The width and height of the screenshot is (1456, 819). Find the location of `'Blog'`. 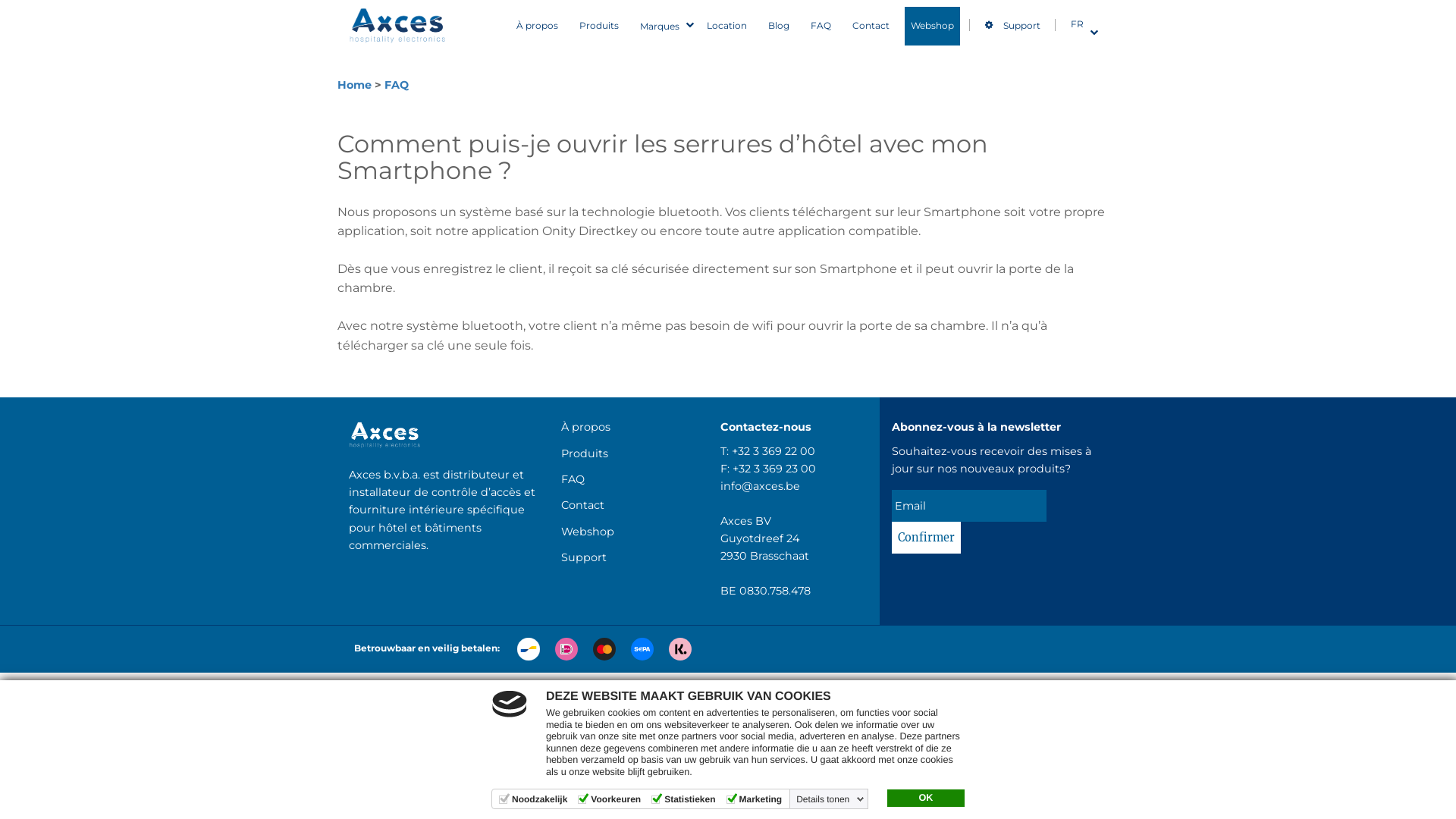

'Blog' is located at coordinates (779, 26).